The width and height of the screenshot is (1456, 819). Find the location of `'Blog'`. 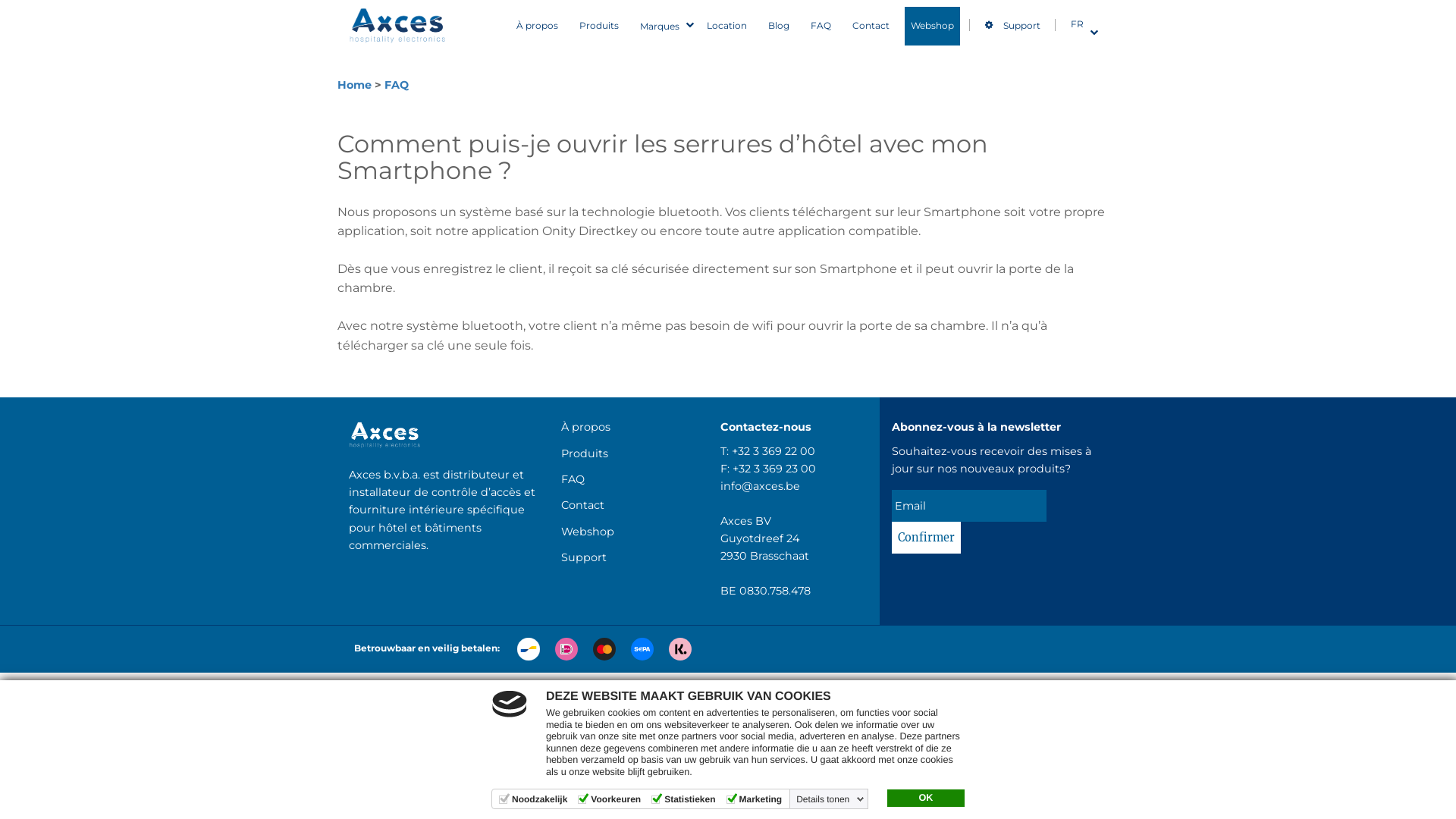

'Blog' is located at coordinates (779, 26).